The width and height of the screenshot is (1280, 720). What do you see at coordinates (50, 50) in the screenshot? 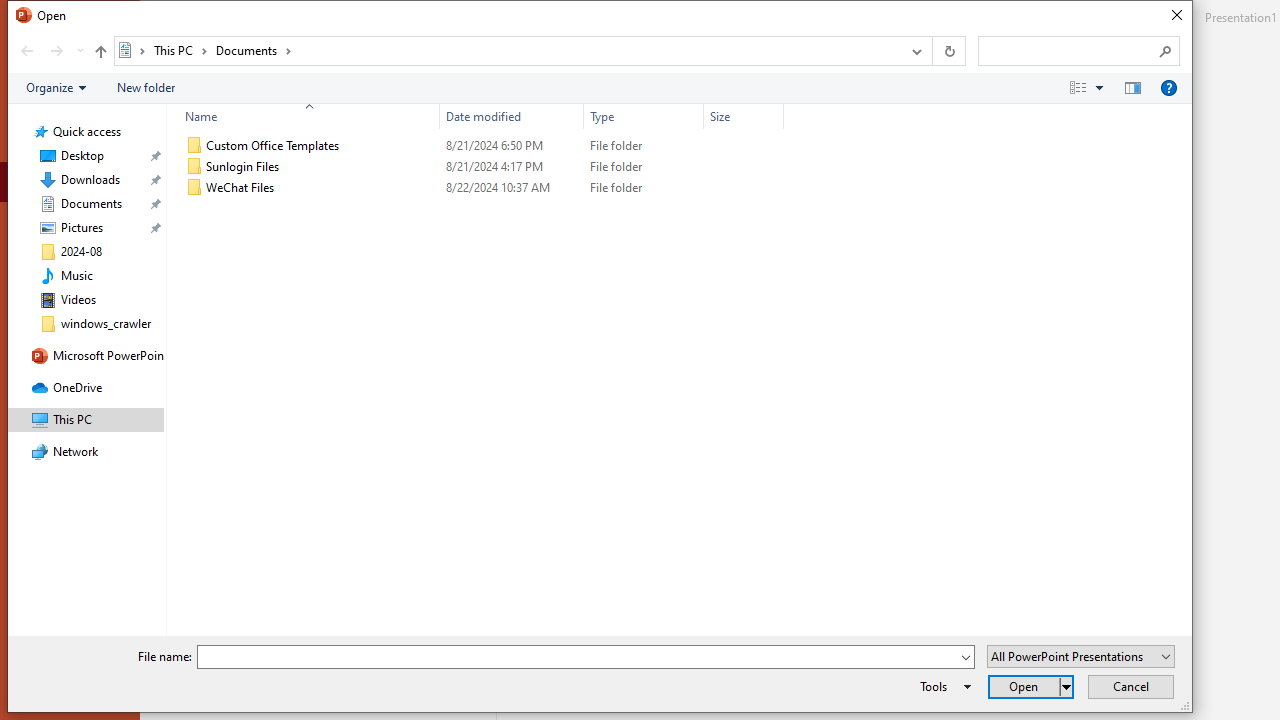
I see `'Navigation buttons'` at bounding box center [50, 50].